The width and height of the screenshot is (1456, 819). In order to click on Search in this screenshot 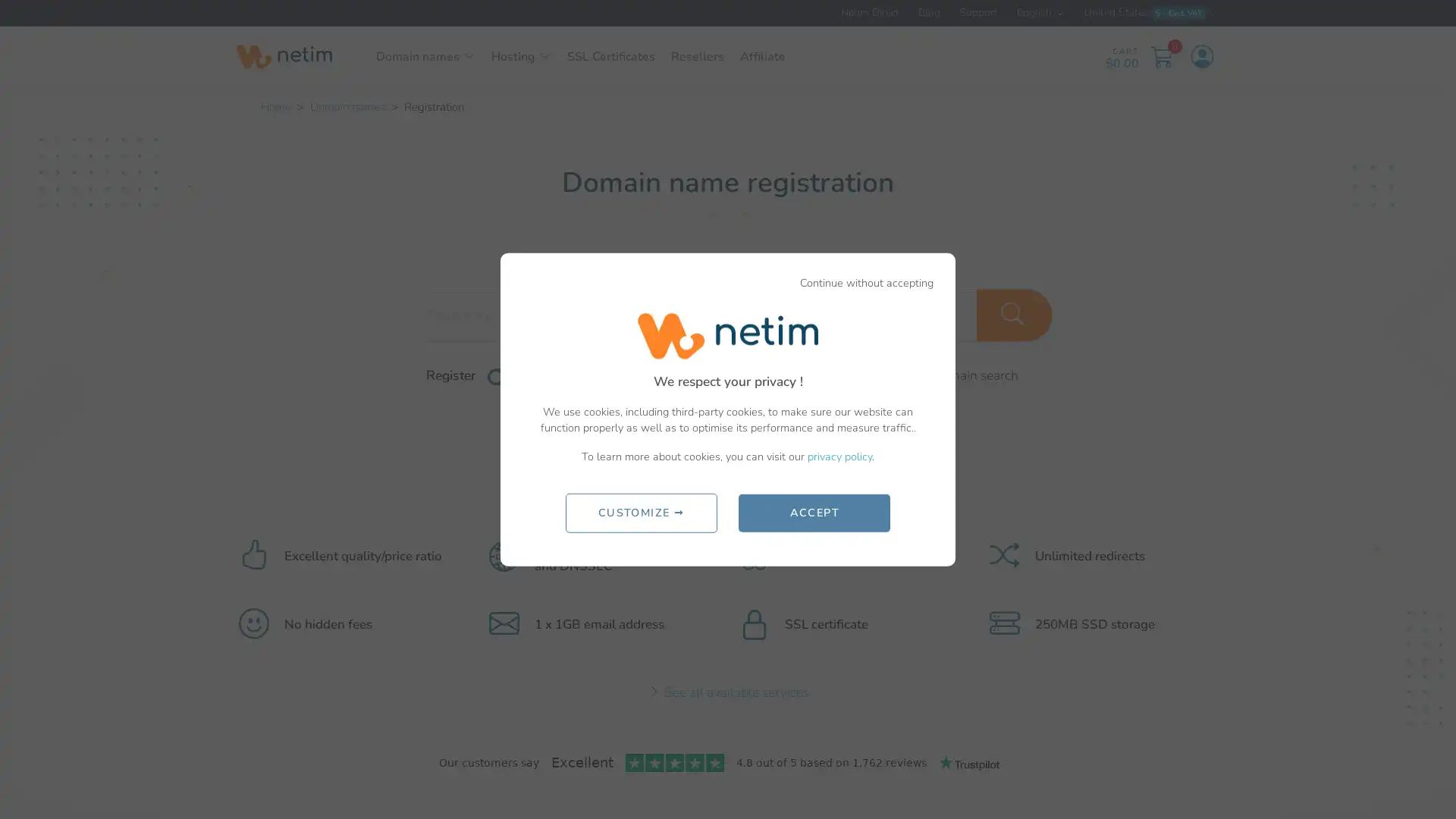, I will do `click(1015, 314)`.